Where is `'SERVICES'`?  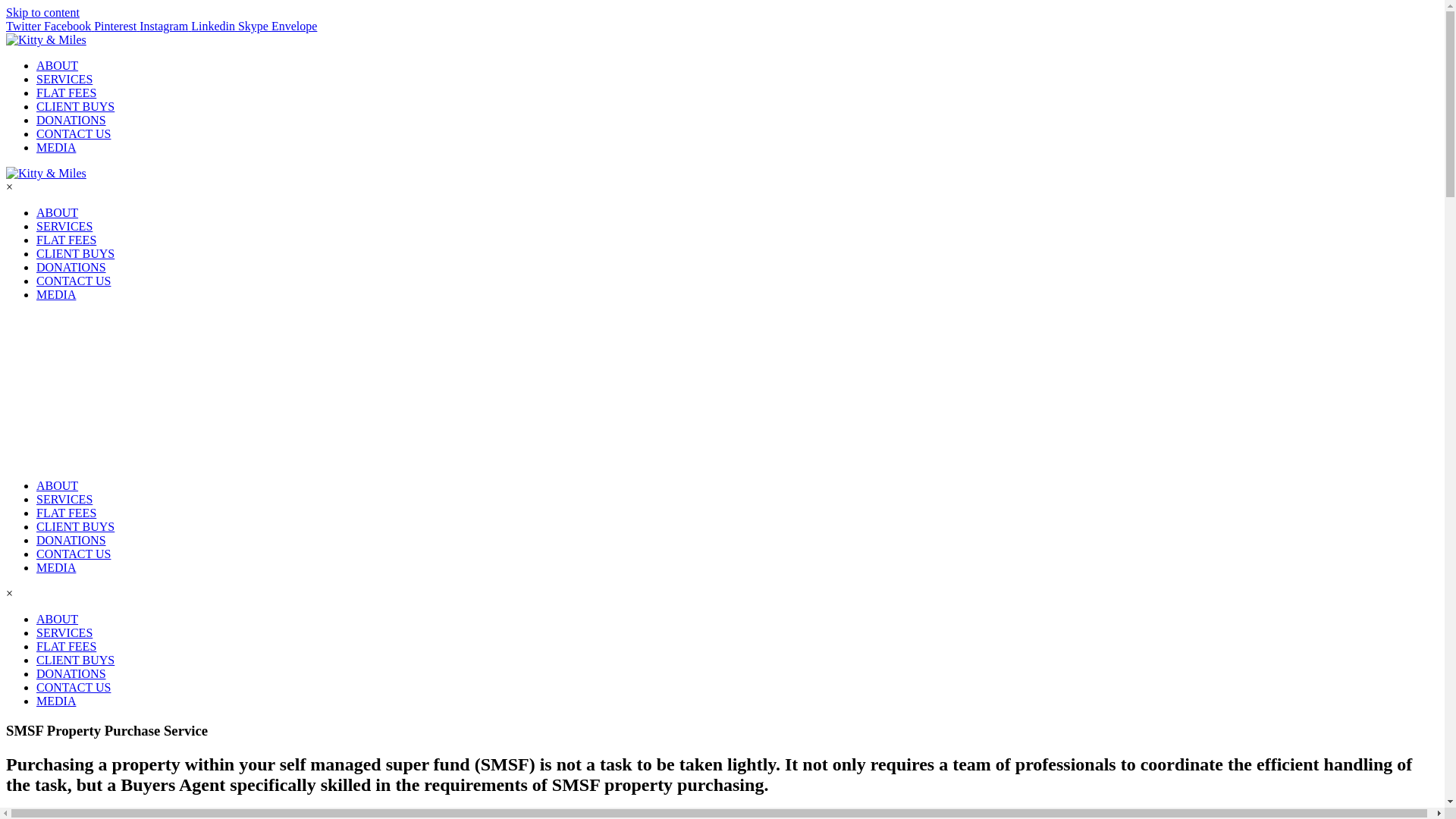
'SERVICES' is located at coordinates (626, 70).